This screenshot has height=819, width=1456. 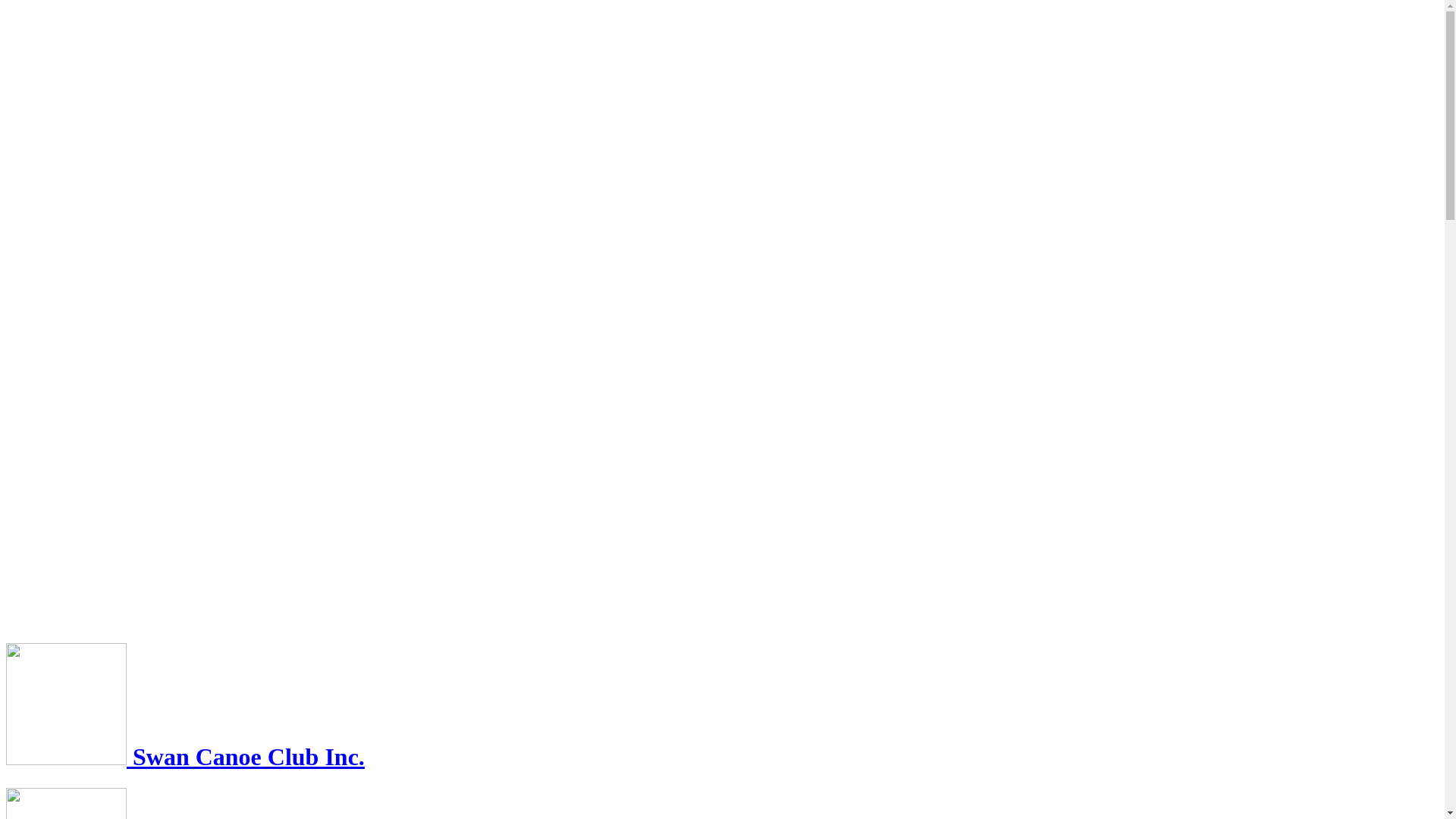 What do you see at coordinates (184, 757) in the screenshot?
I see `'Swan Canoe Club Inc.'` at bounding box center [184, 757].